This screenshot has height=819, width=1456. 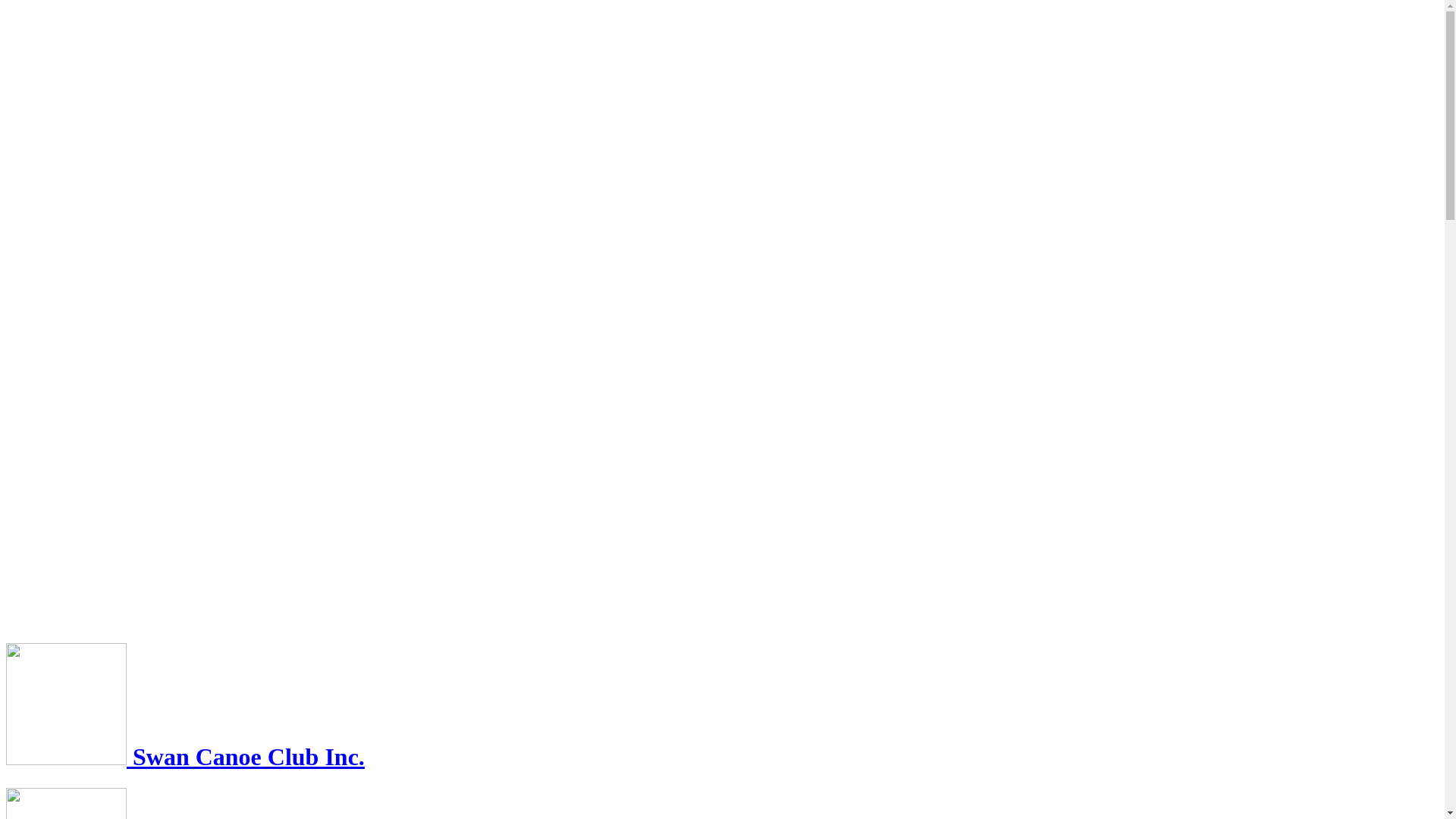 What do you see at coordinates (184, 757) in the screenshot?
I see `'Swan Canoe Club Inc.'` at bounding box center [184, 757].